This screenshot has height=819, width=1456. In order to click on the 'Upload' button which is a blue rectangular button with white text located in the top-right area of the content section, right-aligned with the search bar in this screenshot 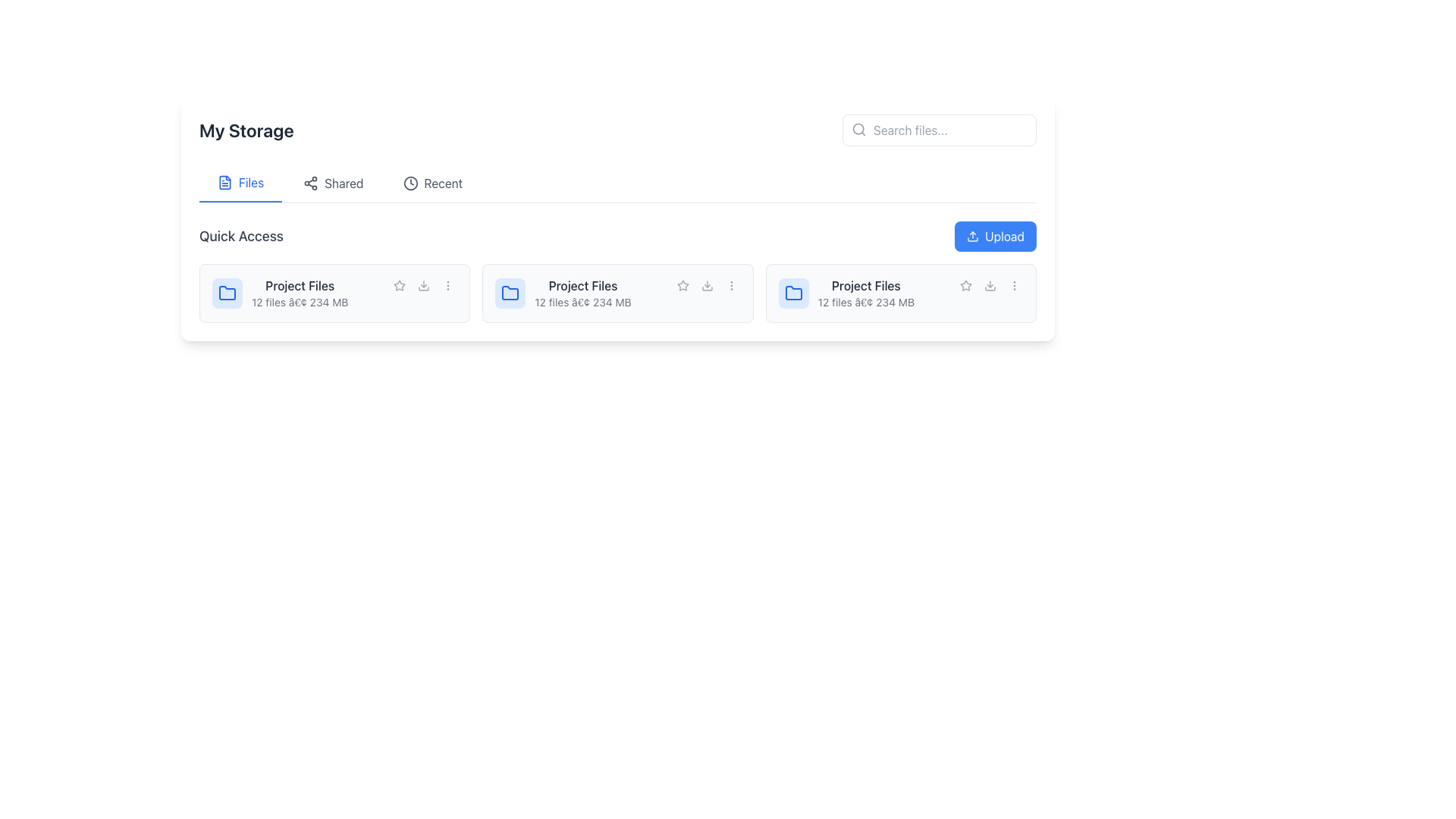, I will do `click(1004, 237)`.